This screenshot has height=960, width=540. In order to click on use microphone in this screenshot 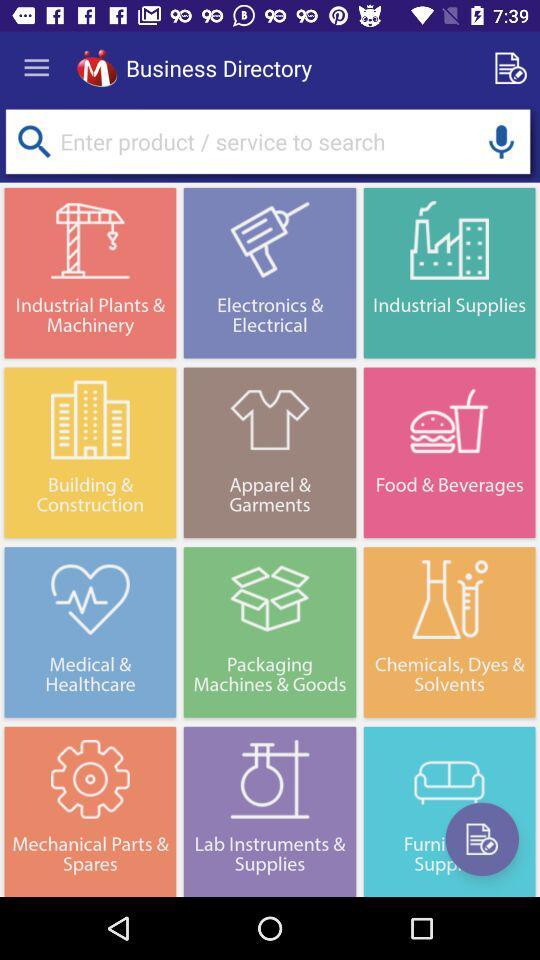, I will do `click(500, 140)`.